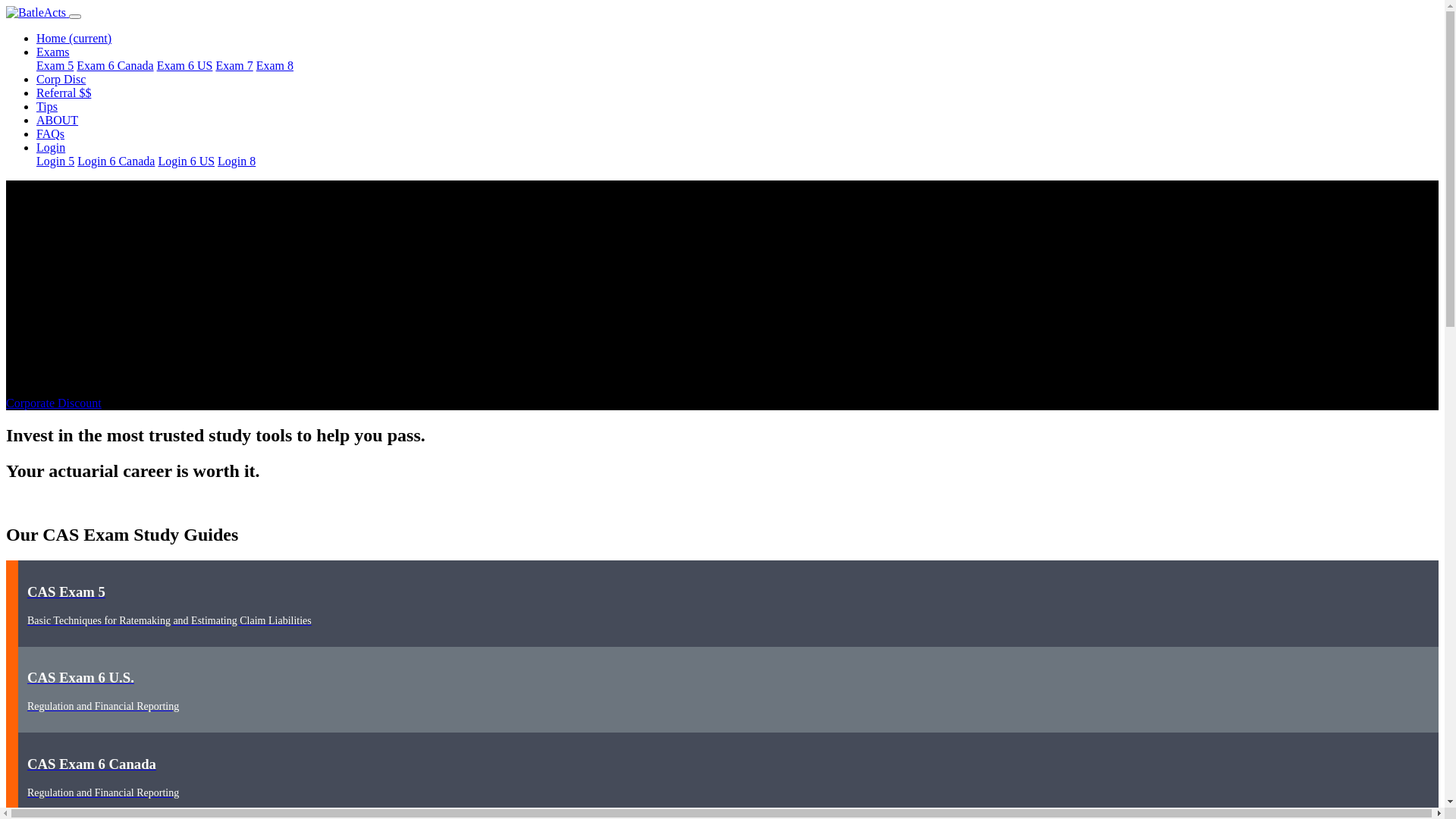 Image resolution: width=1456 pixels, height=819 pixels. I want to click on 'Exam 5', so click(36, 64).